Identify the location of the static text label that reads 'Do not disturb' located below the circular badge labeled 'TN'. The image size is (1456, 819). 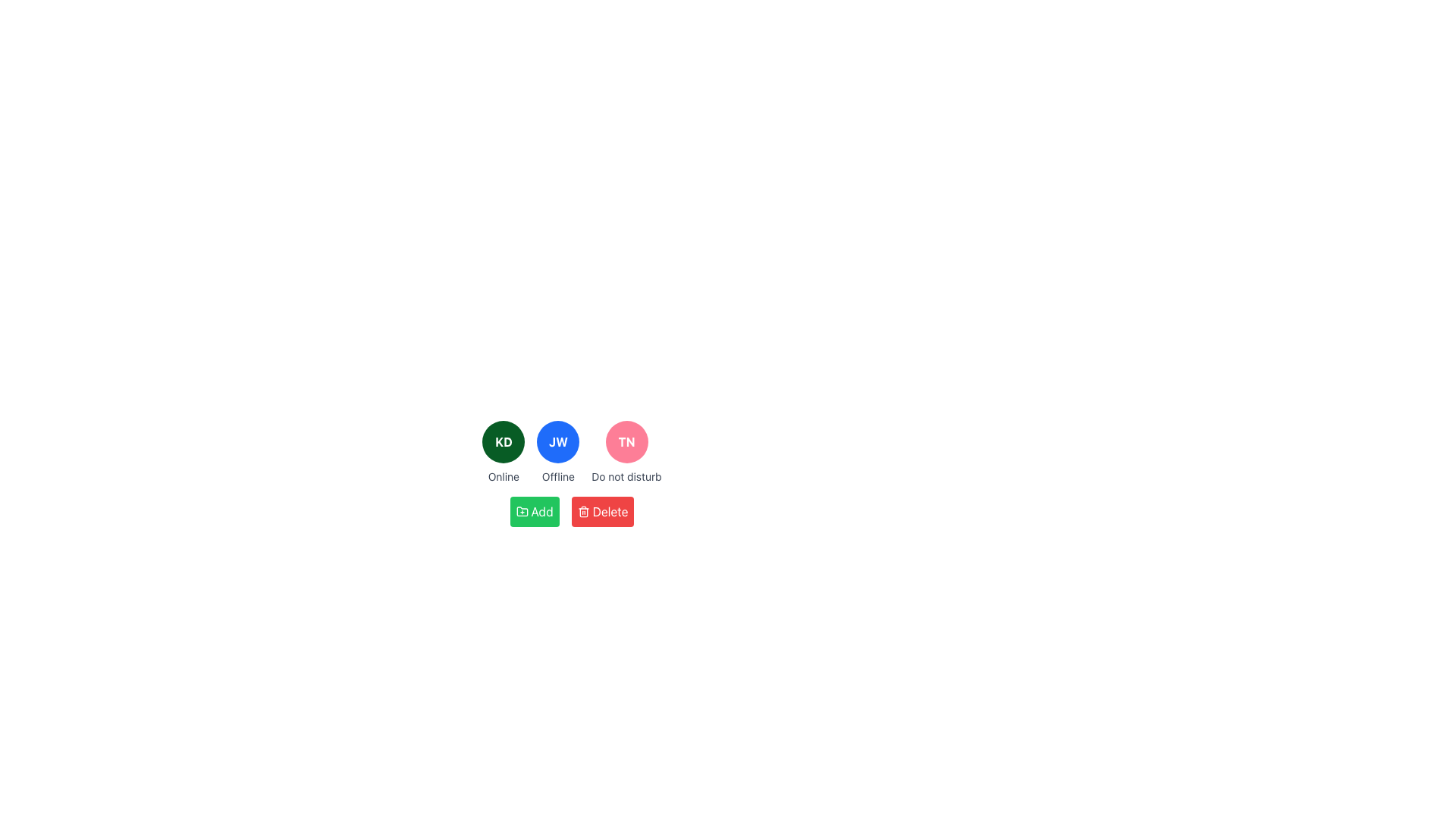
(626, 475).